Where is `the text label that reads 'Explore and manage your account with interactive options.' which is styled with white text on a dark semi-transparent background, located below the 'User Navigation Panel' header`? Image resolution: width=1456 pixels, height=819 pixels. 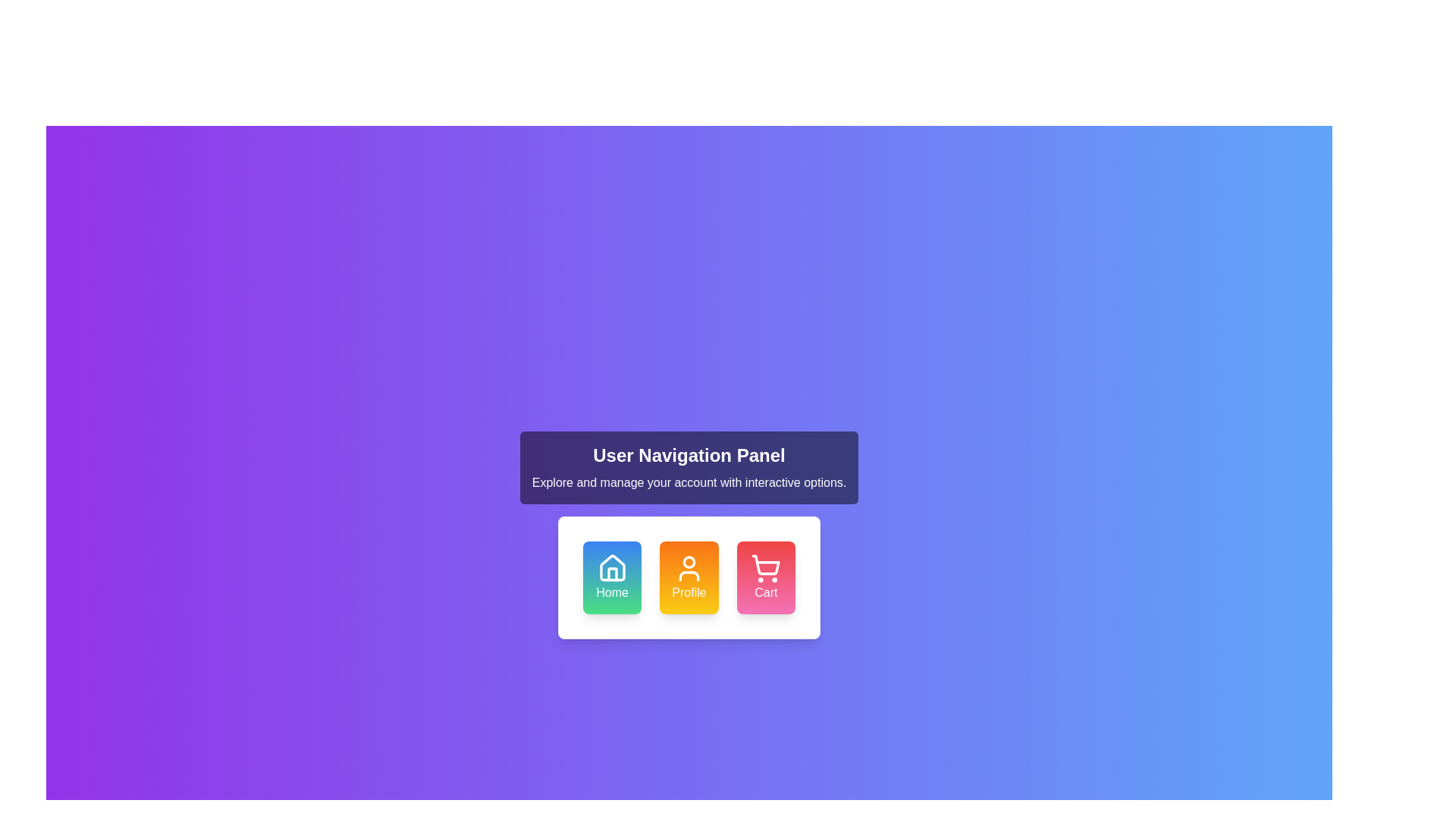 the text label that reads 'Explore and manage your account with interactive options.' which is styled with white text on a dark semi-transparent background, located below the 'User Navigation Panel' header is located at coordinates (688, 482).